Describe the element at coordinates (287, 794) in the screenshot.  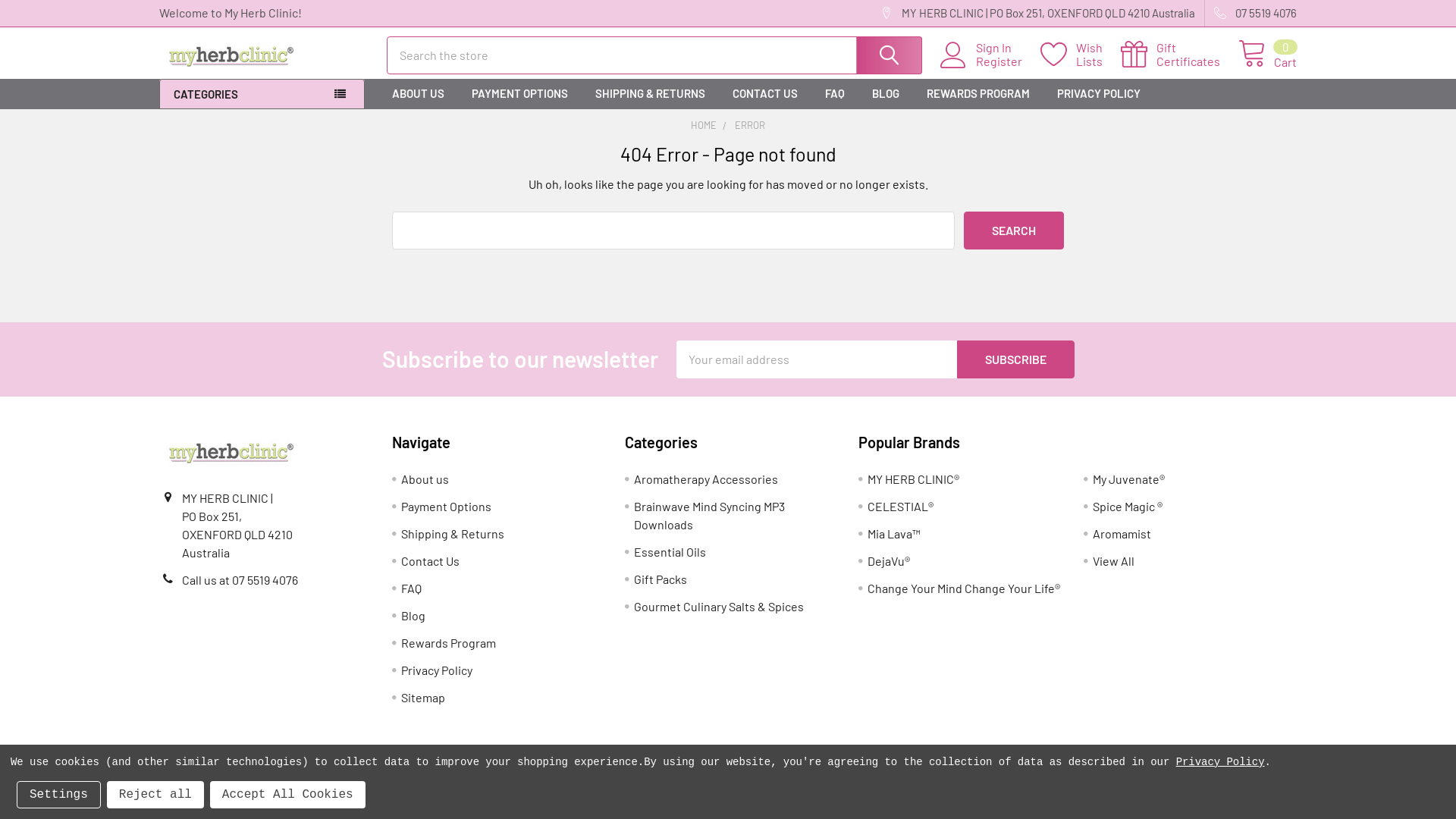
I see `'Accept All Cookies'` at that location.